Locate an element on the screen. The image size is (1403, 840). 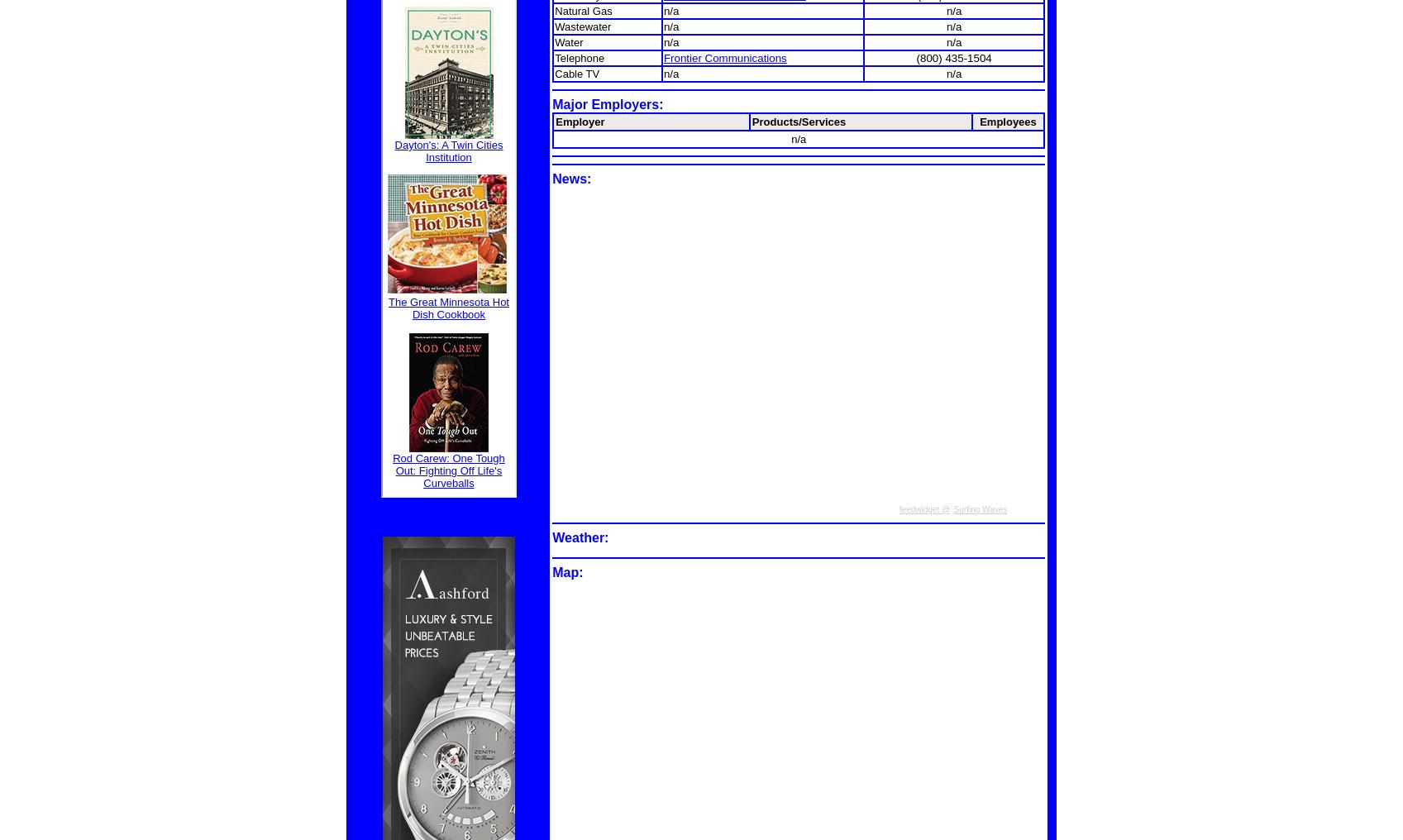
'Telephone' is located at coordinates (579, 57).